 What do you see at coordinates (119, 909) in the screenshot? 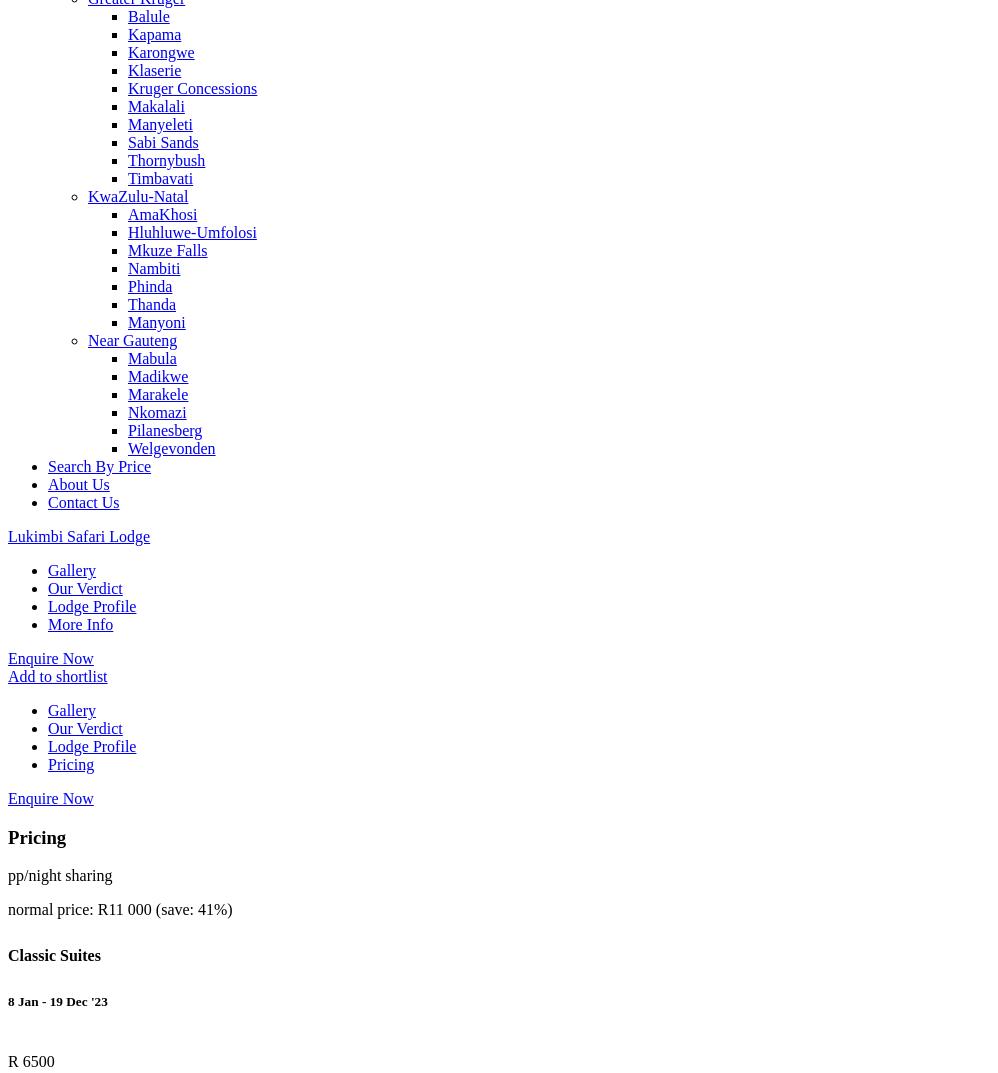
I see `'normal price: R11 000 (save: 41%)'` at bounding box center [119, 909].